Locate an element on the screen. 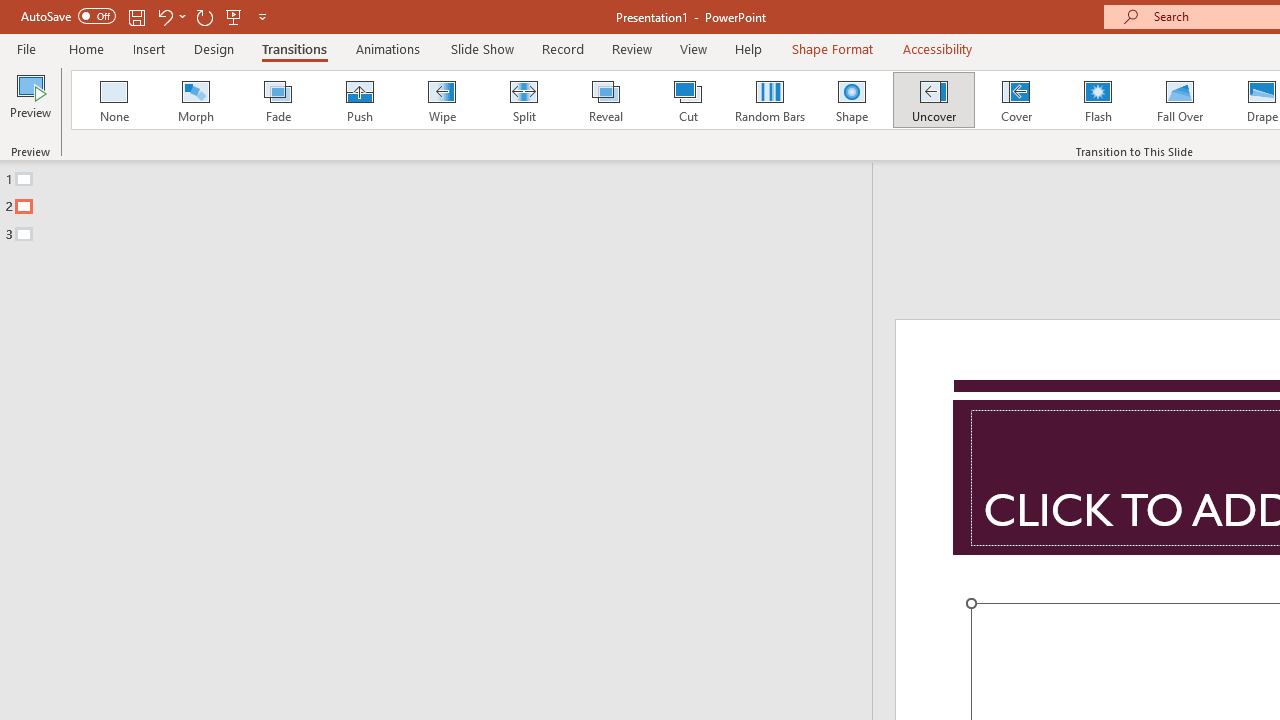 The width and height of the screenshot is (1280, 720). 'Fade' is located at coordinates (276, 100).